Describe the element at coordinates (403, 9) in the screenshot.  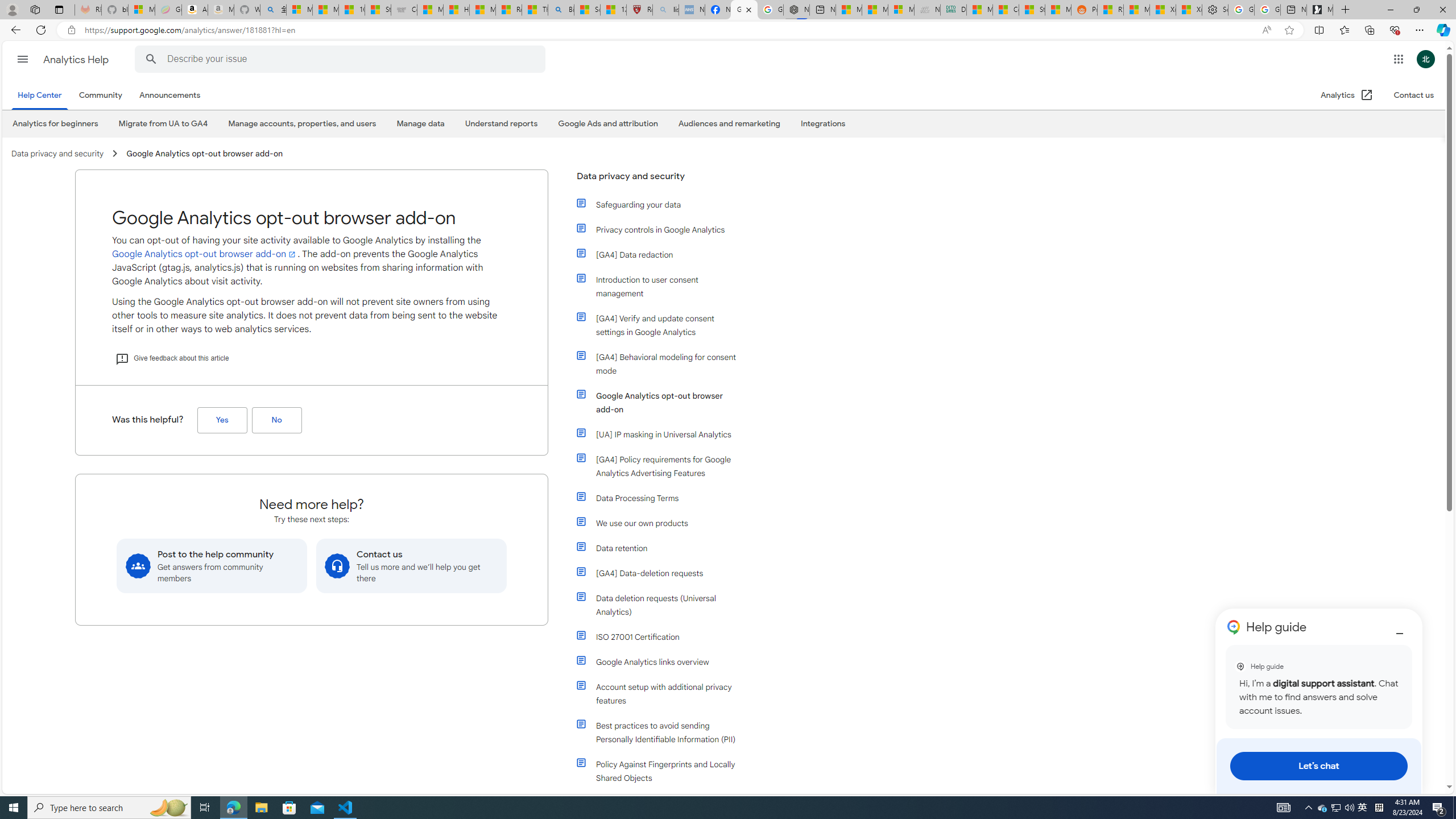
I see `'Combat Siege'` at that location.